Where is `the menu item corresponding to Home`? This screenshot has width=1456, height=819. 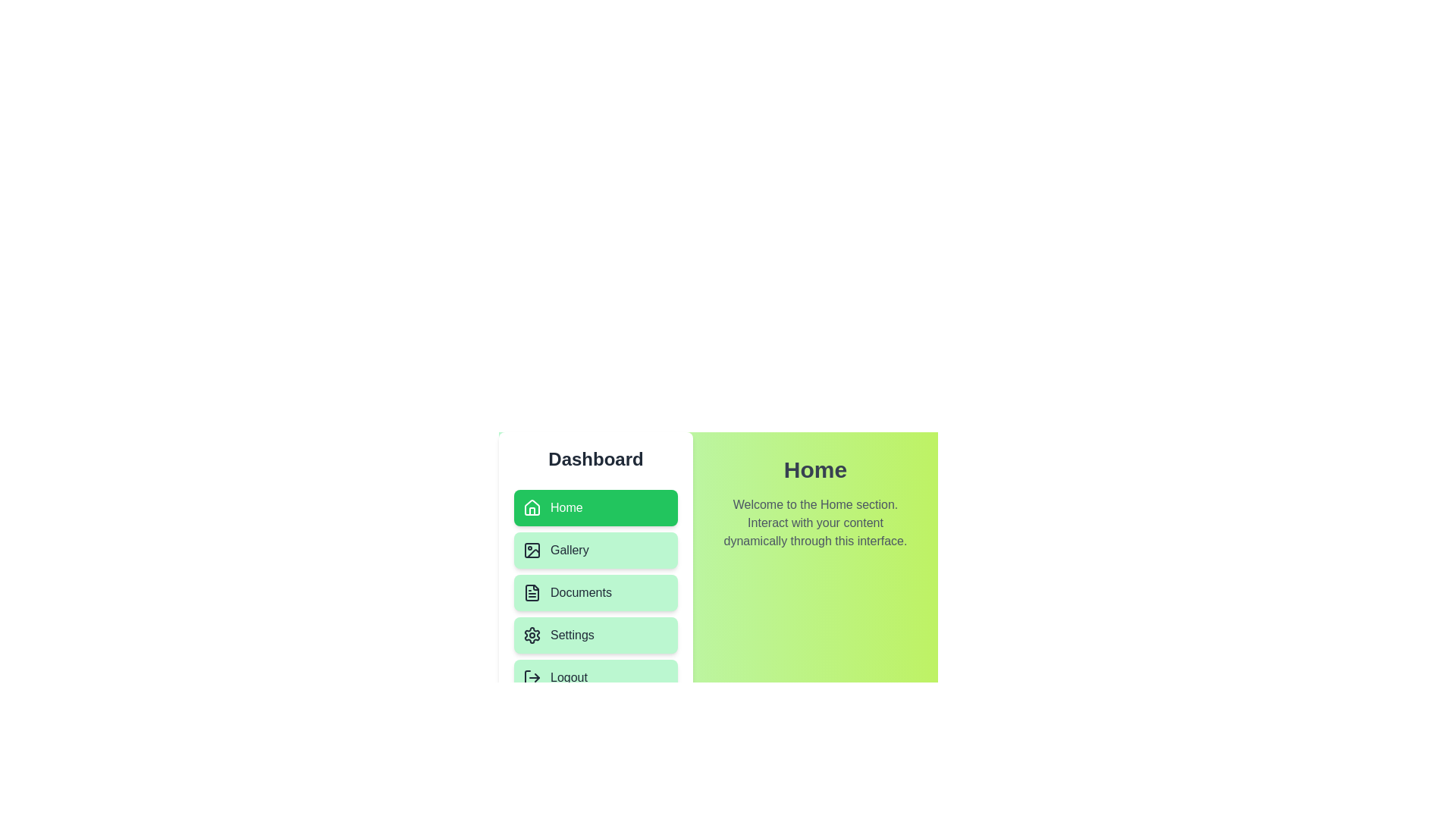 the menu item corresponding to Home is located at coordinates (595, 508).